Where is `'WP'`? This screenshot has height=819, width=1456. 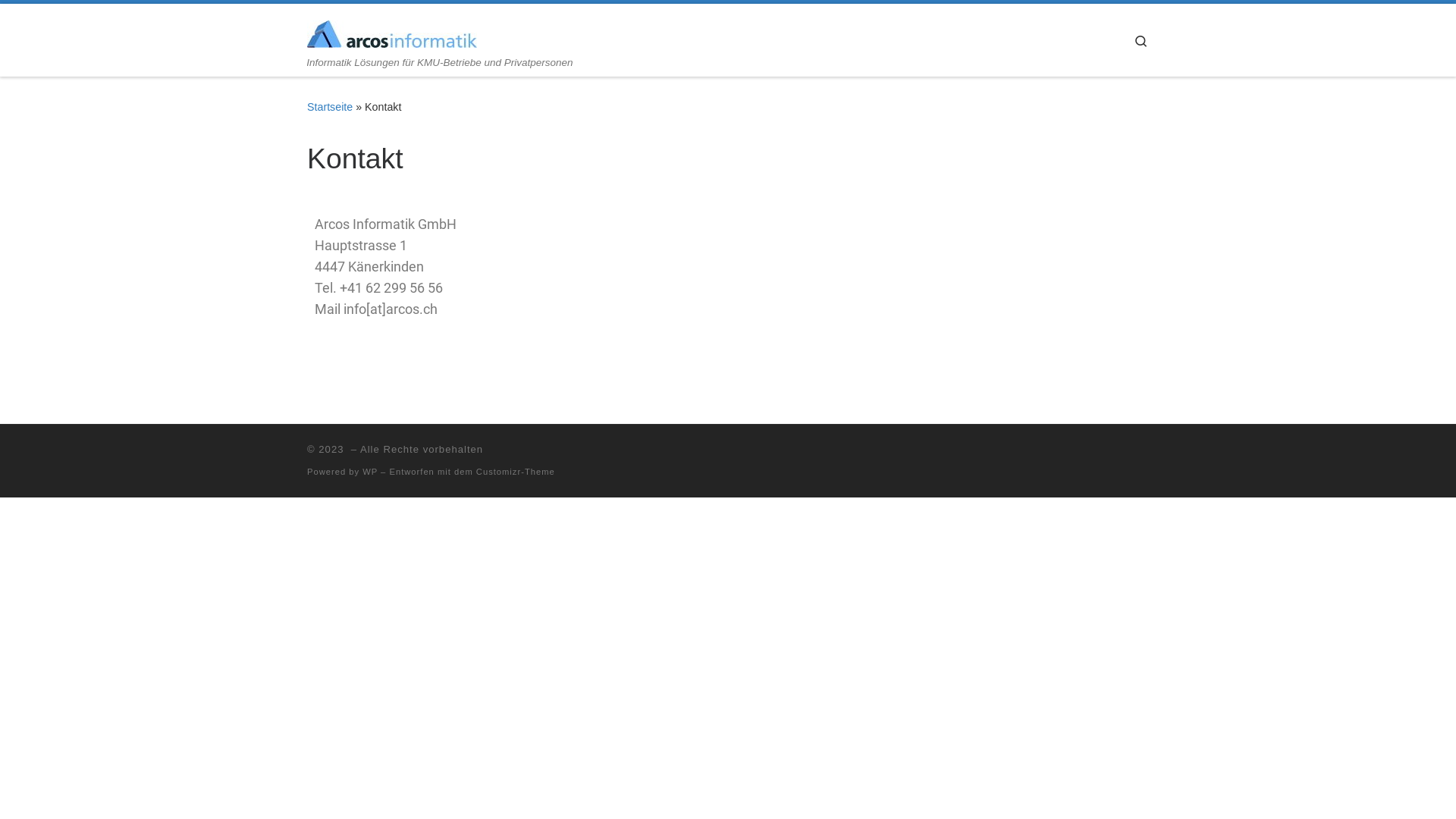 'WP' is located at coordinates (370, 470).